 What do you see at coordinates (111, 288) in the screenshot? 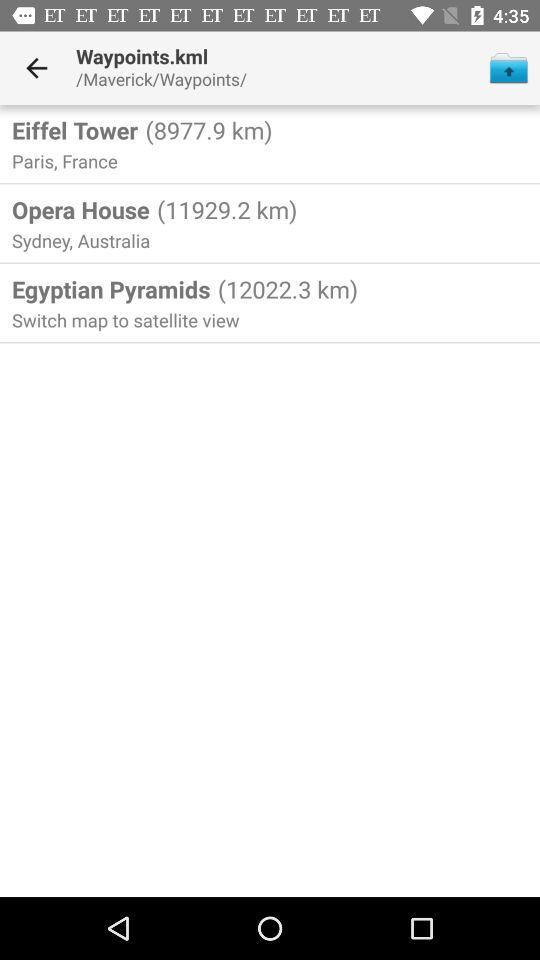
I see `the egyptian pyramids item` at bounding box center [111, 288].